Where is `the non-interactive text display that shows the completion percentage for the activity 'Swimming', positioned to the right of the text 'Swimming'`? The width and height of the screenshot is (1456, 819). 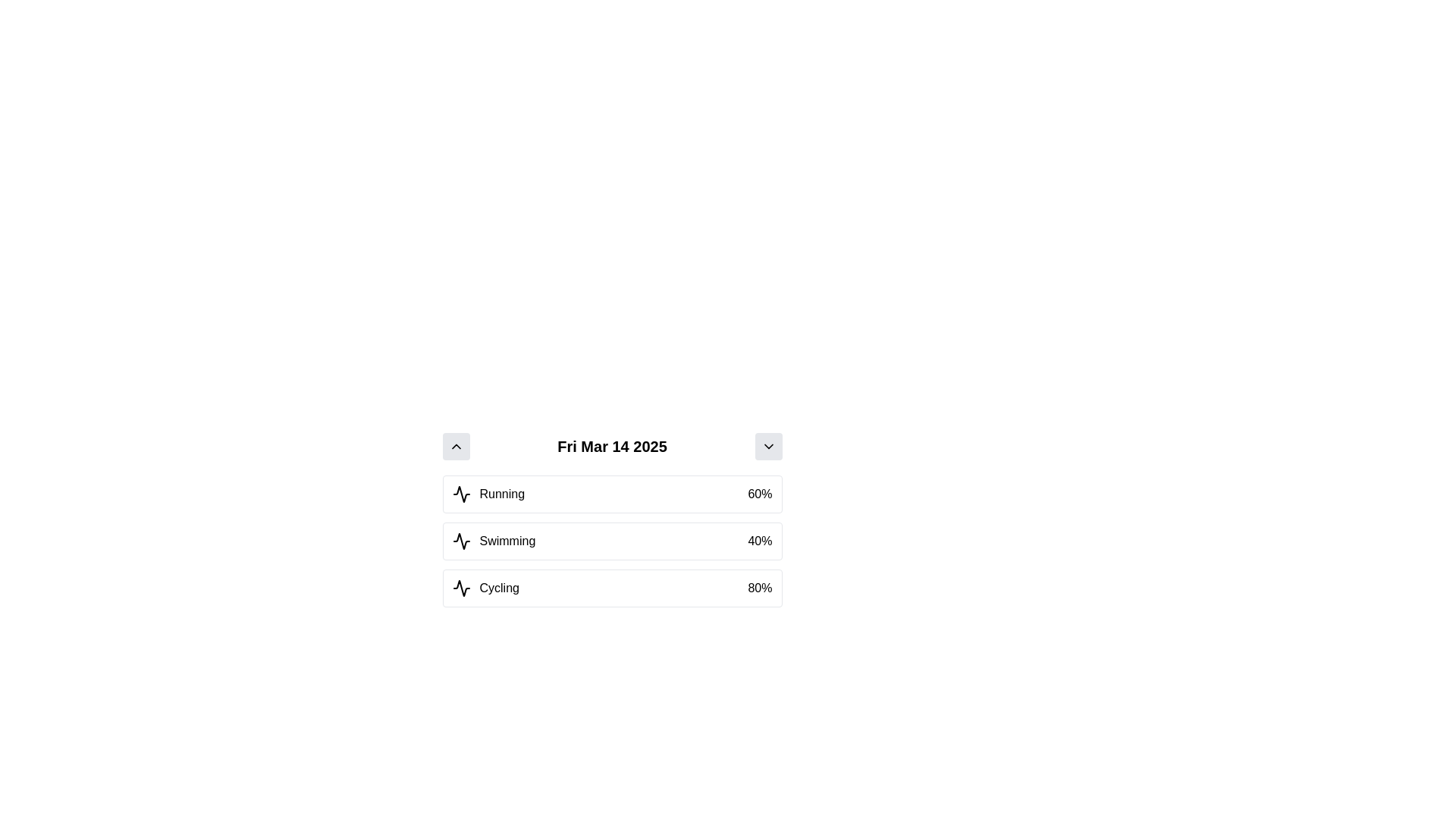
the non-interactive text display that shows the completion percentage for the activity 'Swimming', positioned to the right of the text 'Swimming' is located at coordinates (760, 540).